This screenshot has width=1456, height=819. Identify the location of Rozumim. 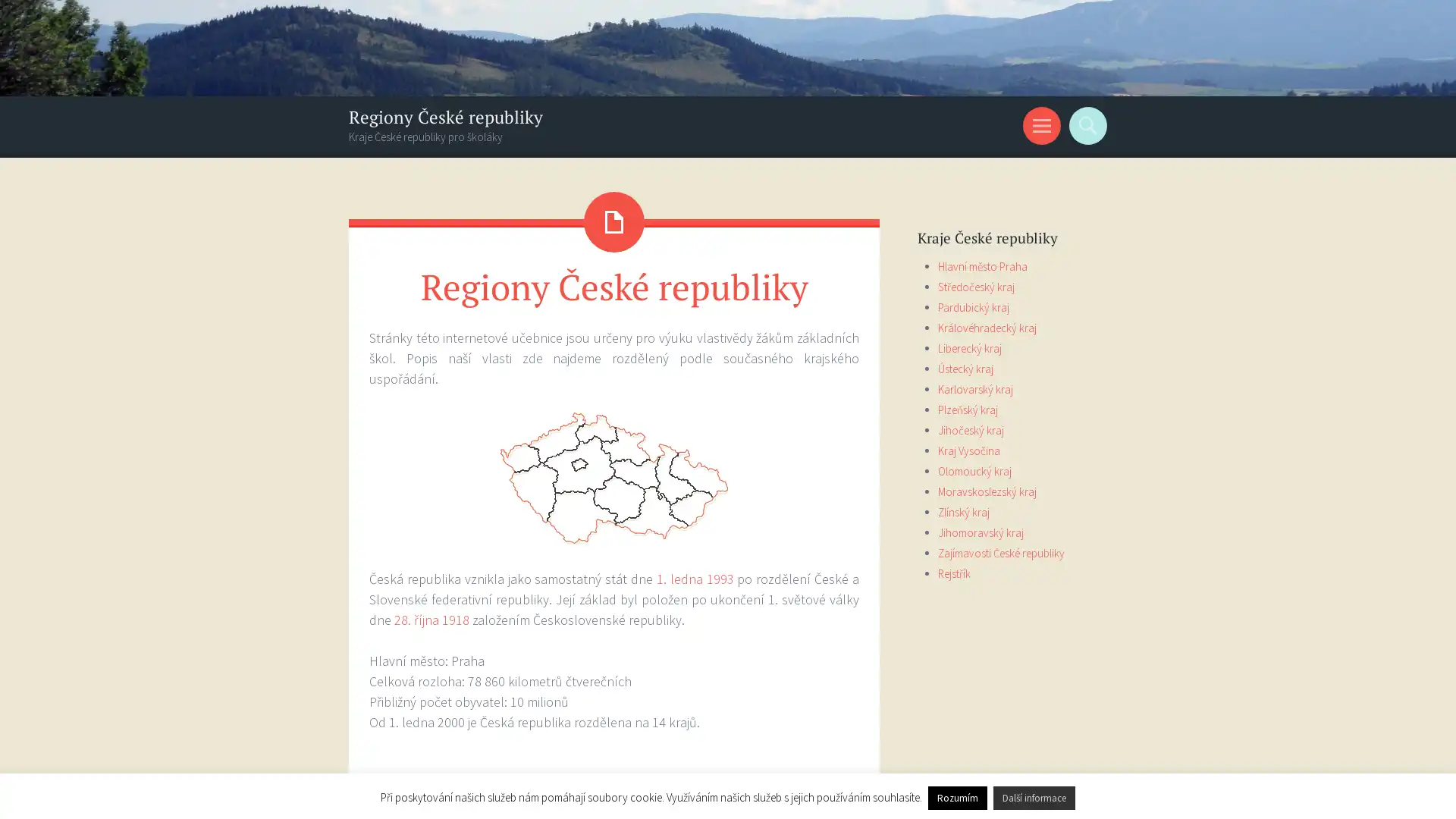
(956, 797).